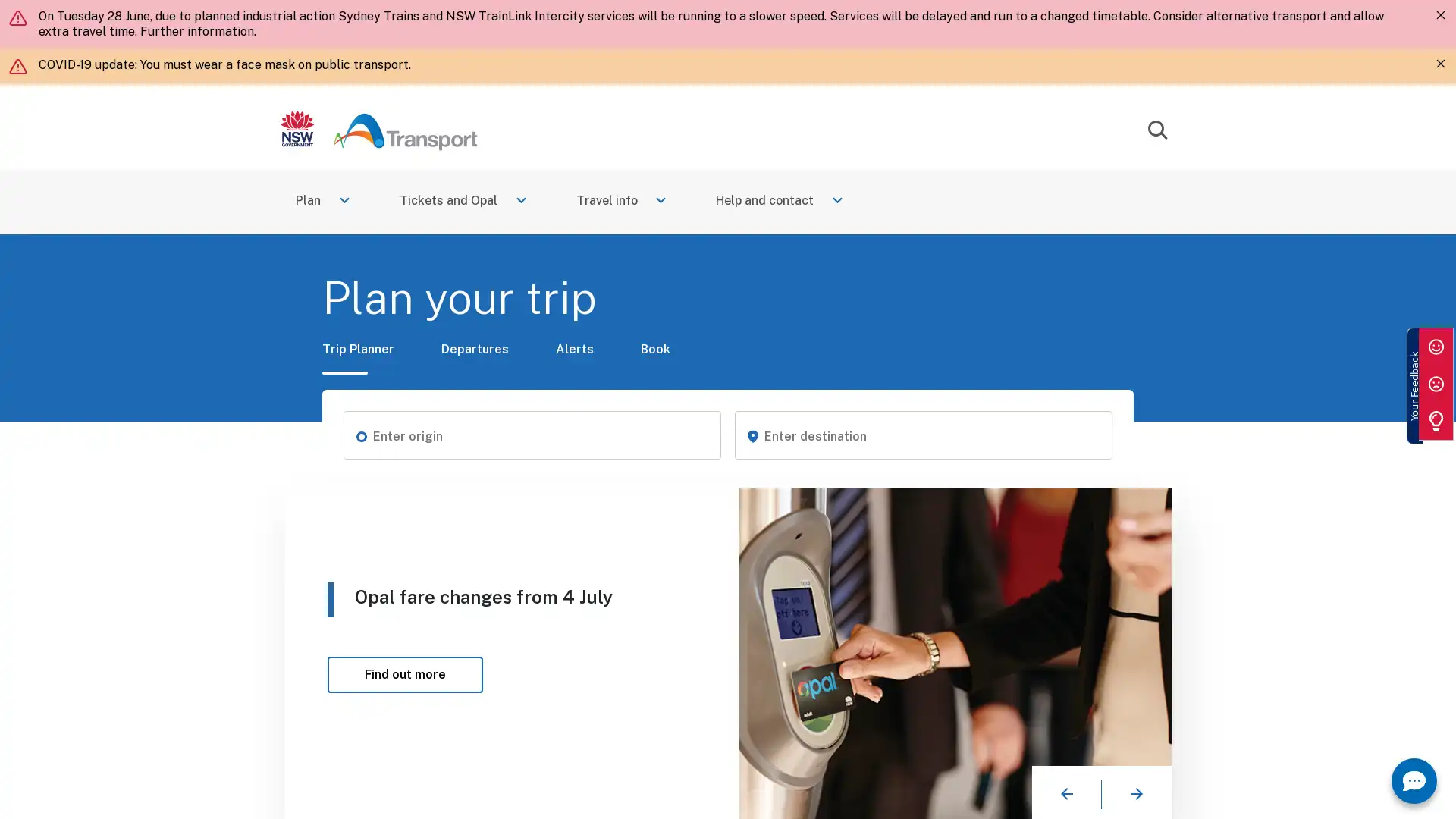 The width and height of the screenshot is (1456, 819). What do you see at coordinates (781, 201) in the screenshot?
I see `Help and contact` at bounding box center [781, 201].